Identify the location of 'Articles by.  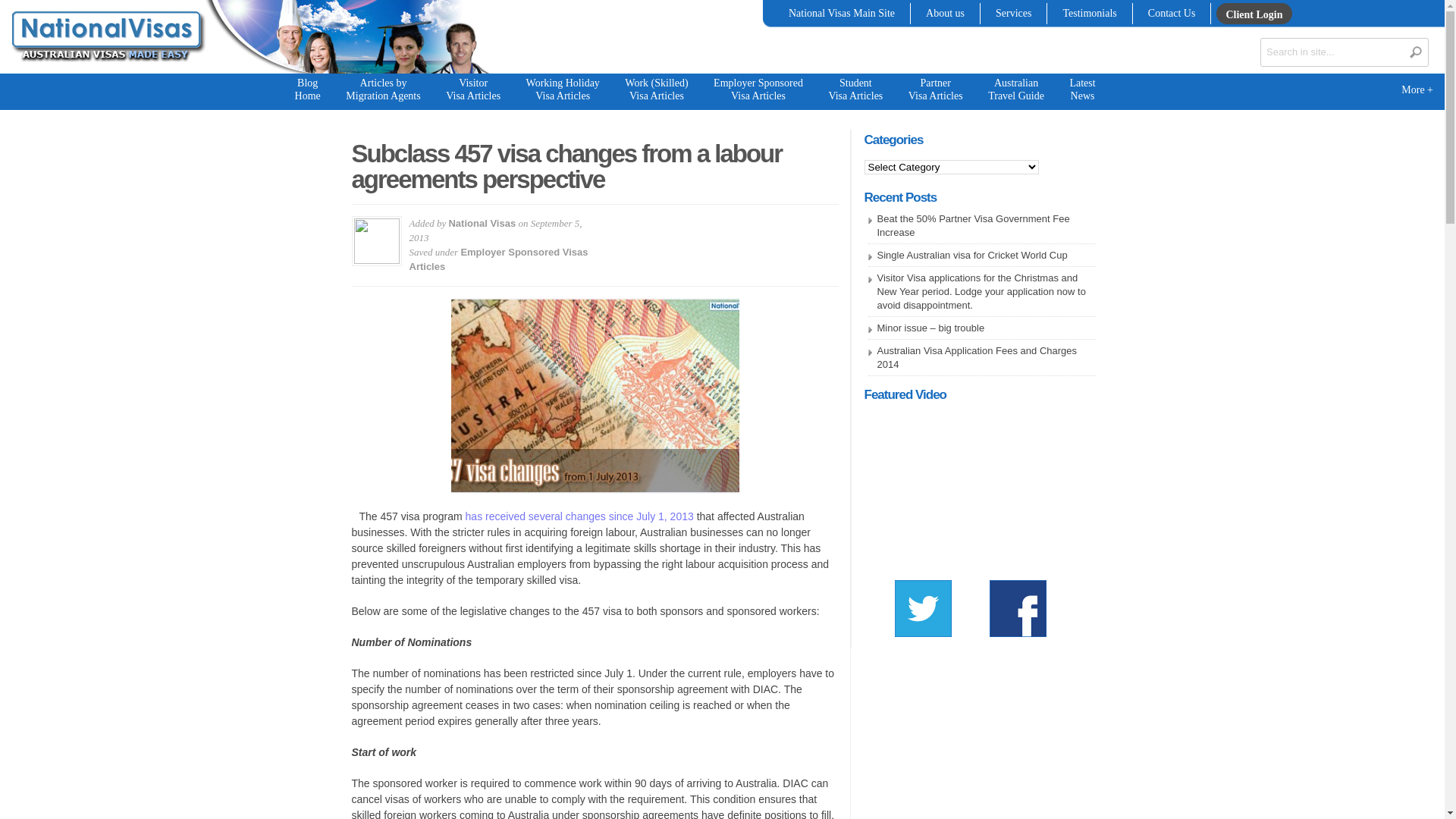
(382, 90).